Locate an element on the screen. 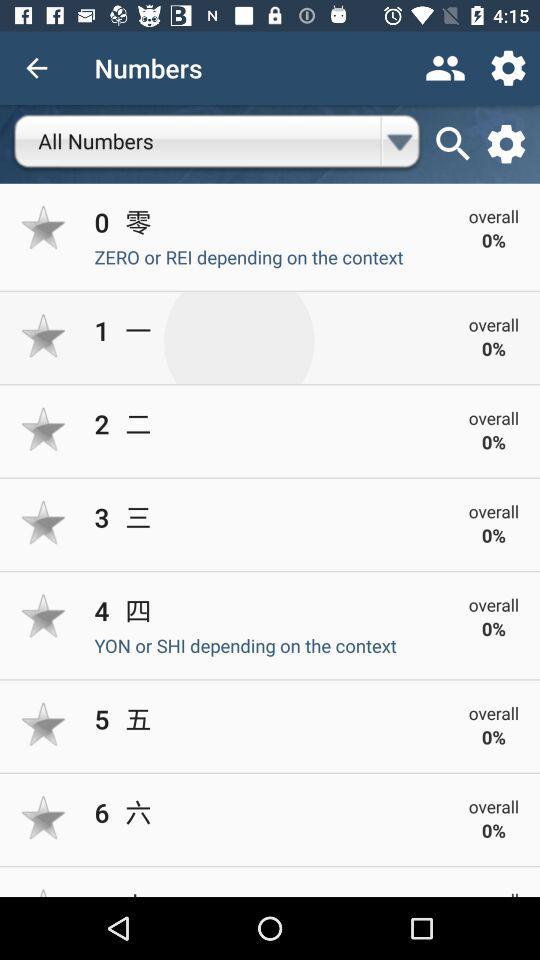  the star icon in front of numeric 4 is located at coordinates (44, 615).